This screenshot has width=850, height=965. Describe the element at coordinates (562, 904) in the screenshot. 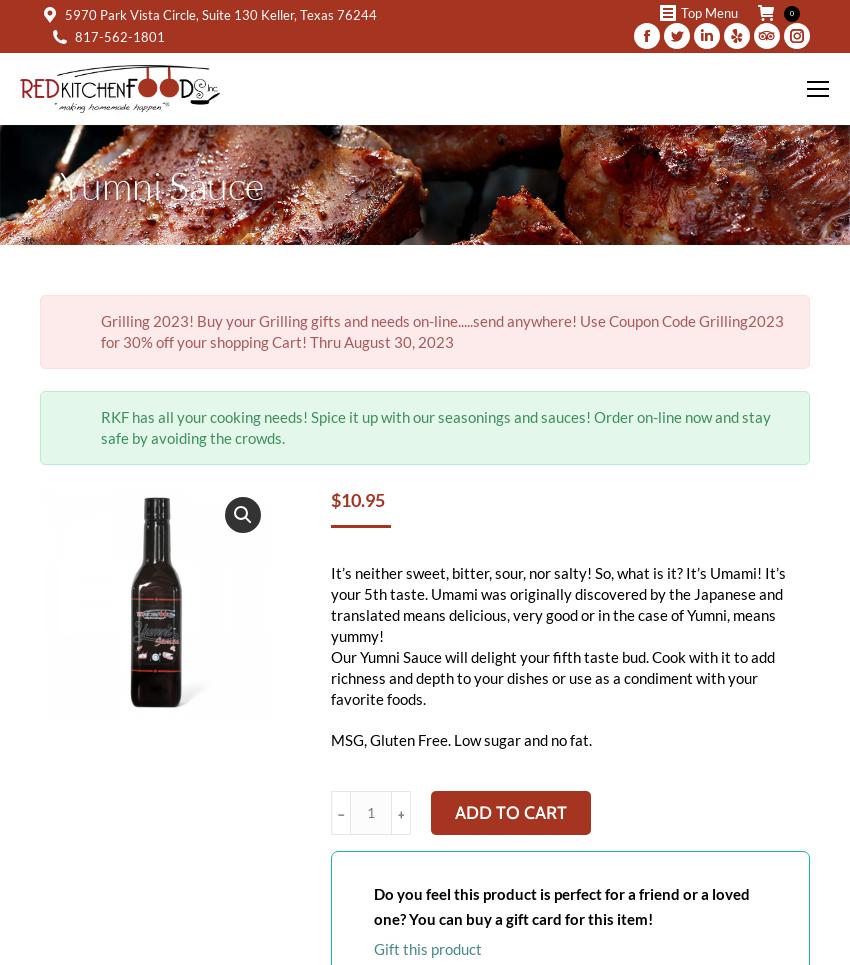

I see `'Do you feel this product is perfect for a friend or a loved one? You can buy a gift card for this item!'` at that location.